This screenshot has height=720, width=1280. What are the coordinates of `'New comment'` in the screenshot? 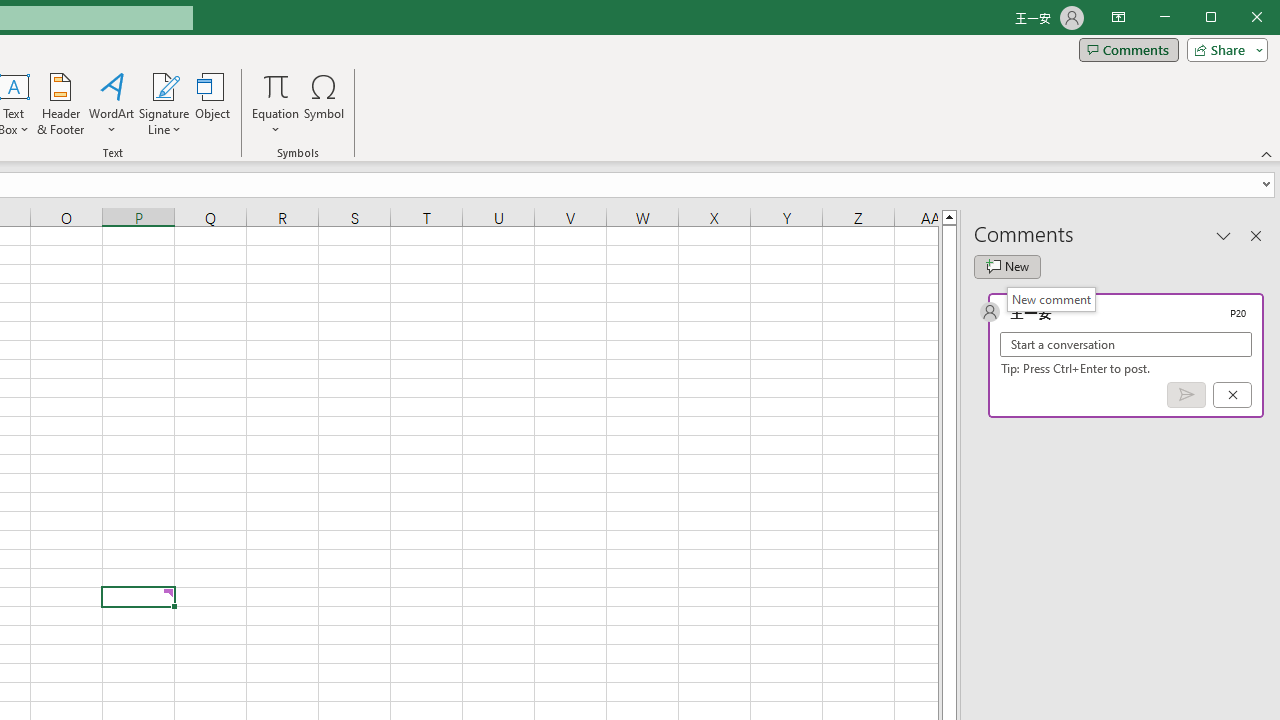 It's located at (1050, 299).